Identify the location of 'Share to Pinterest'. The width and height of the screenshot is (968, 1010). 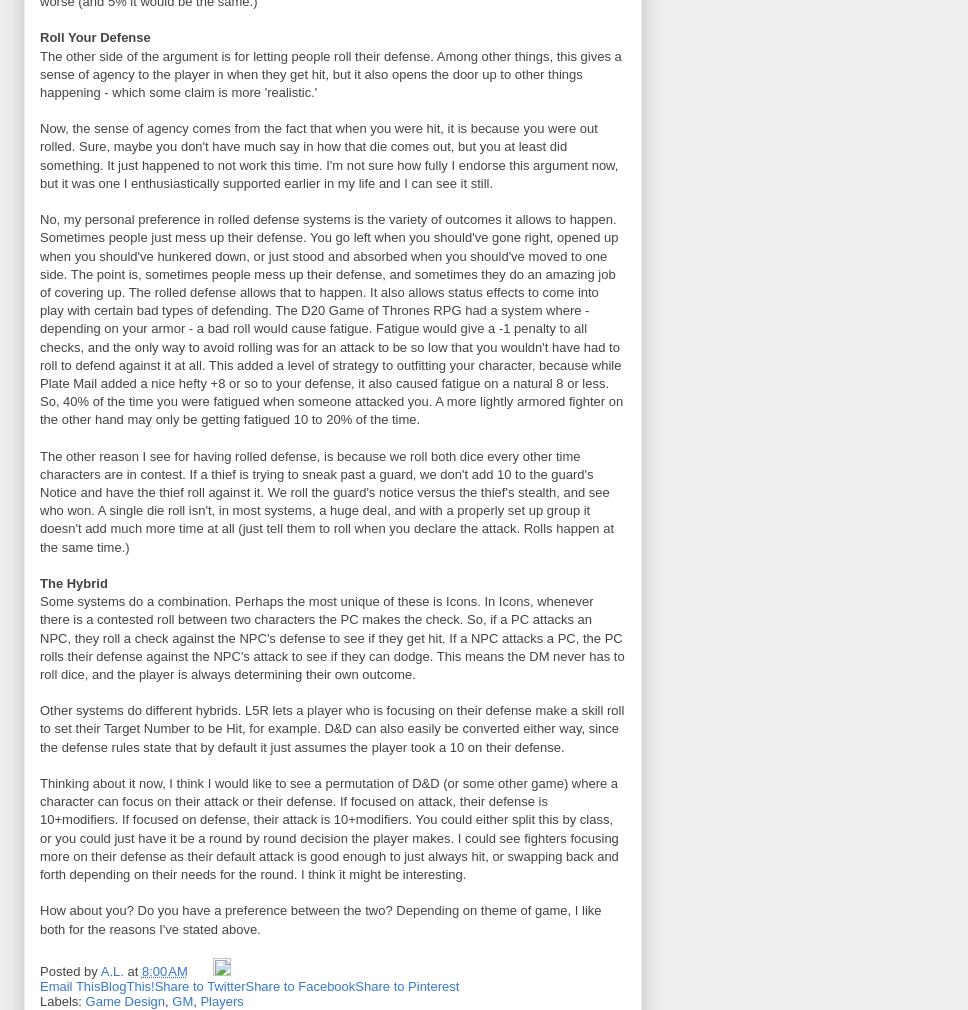
(407, 986).